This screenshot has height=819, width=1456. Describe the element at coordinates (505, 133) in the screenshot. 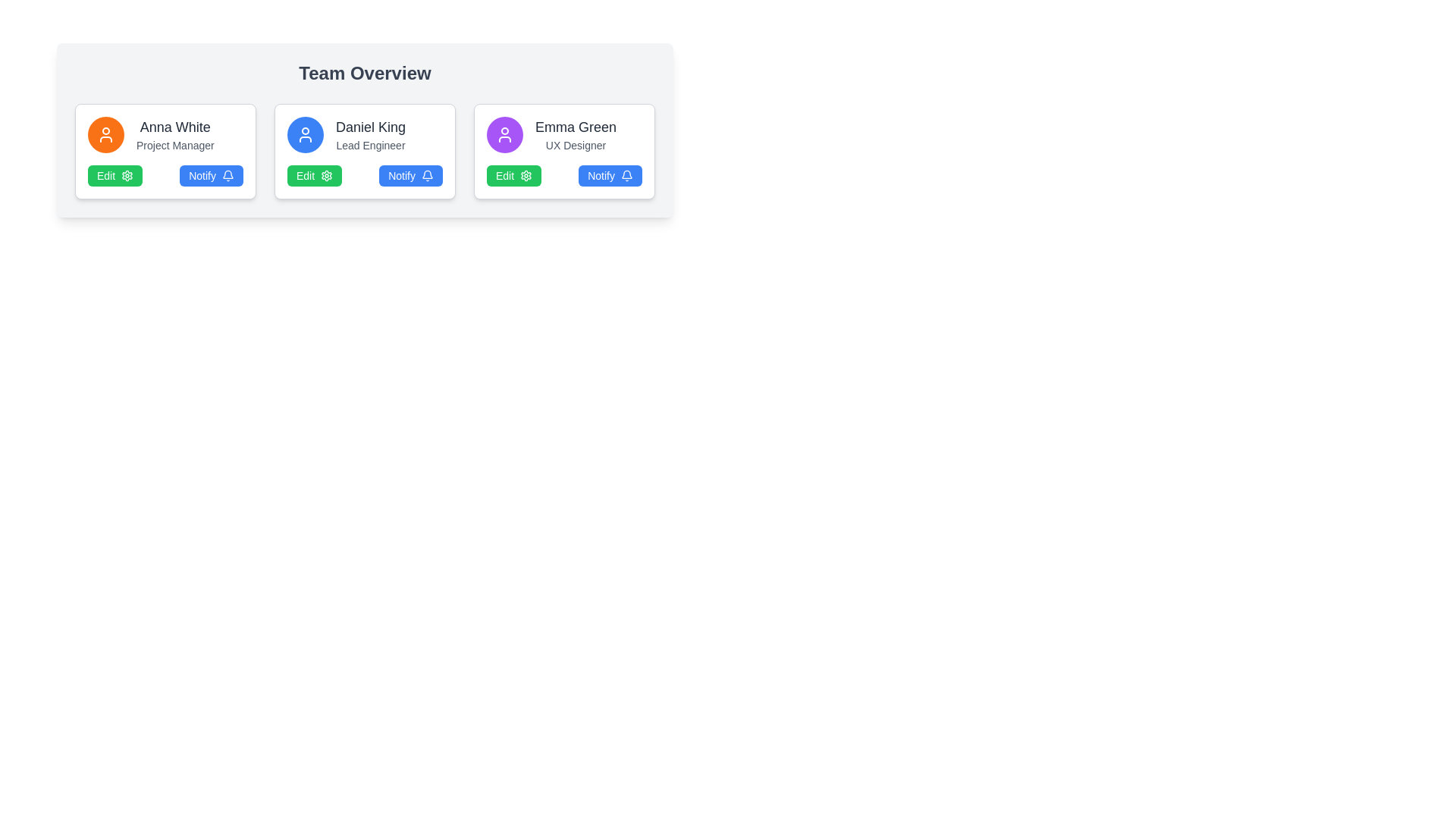

I see `the decorative icon representing the user associated with the card titled 'Emma Green', located at the top center of the purple circular area inside the third user card from the left` at that location.